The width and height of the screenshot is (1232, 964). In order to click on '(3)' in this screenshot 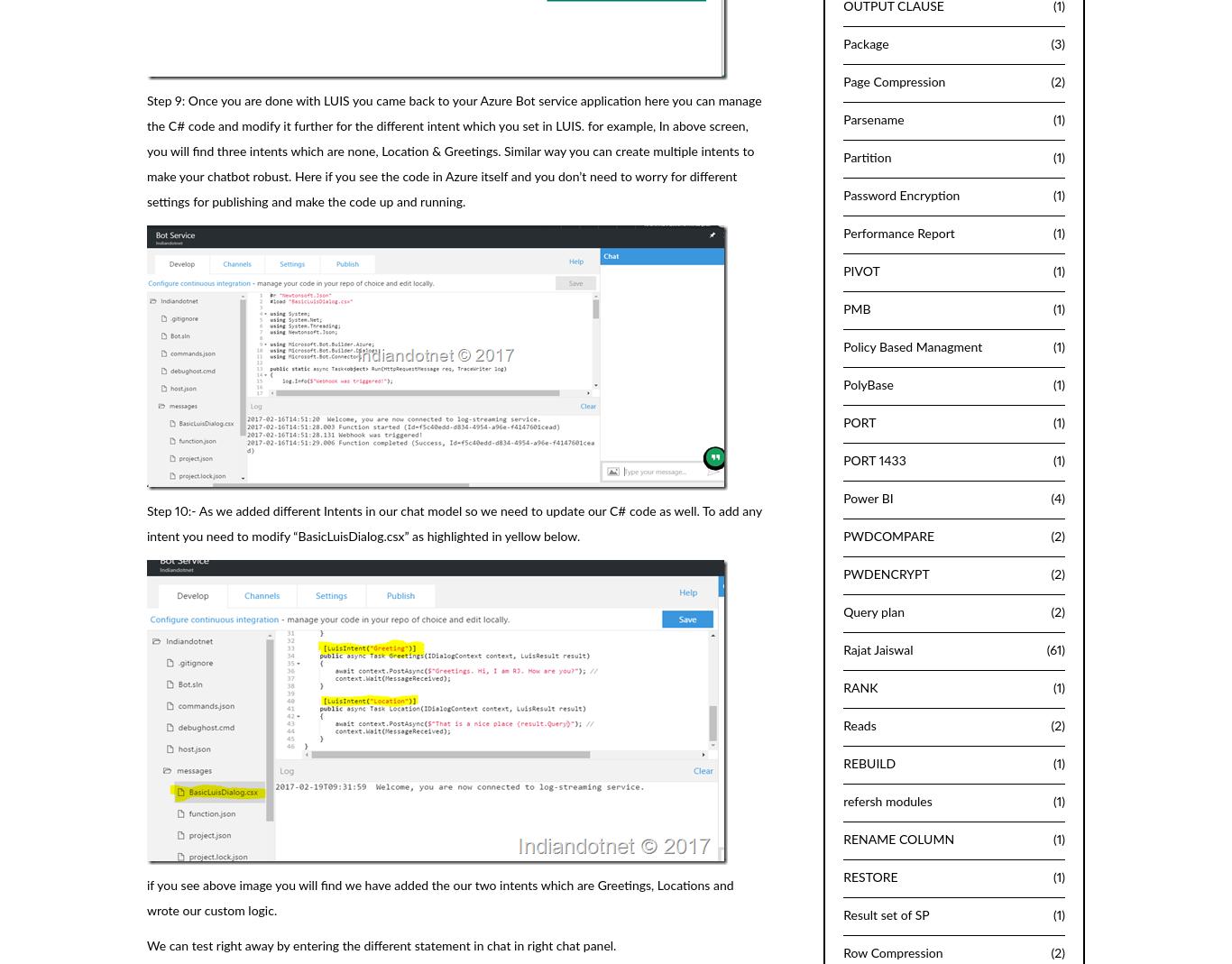, I will do `click(1057, 42)`.